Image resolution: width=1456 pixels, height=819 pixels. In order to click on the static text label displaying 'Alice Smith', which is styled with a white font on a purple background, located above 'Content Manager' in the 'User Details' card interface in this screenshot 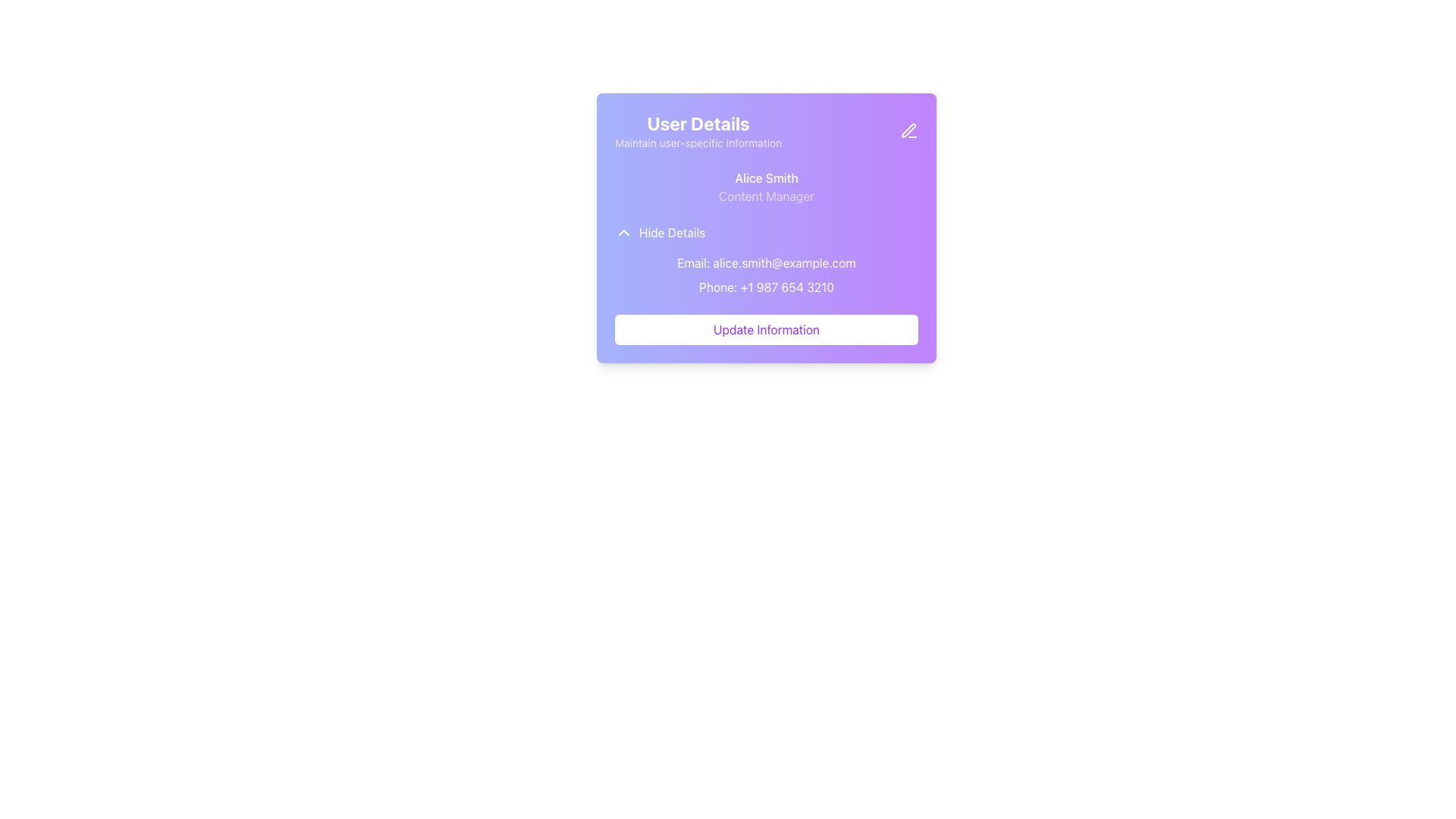, I will do `click(767, 177)`.